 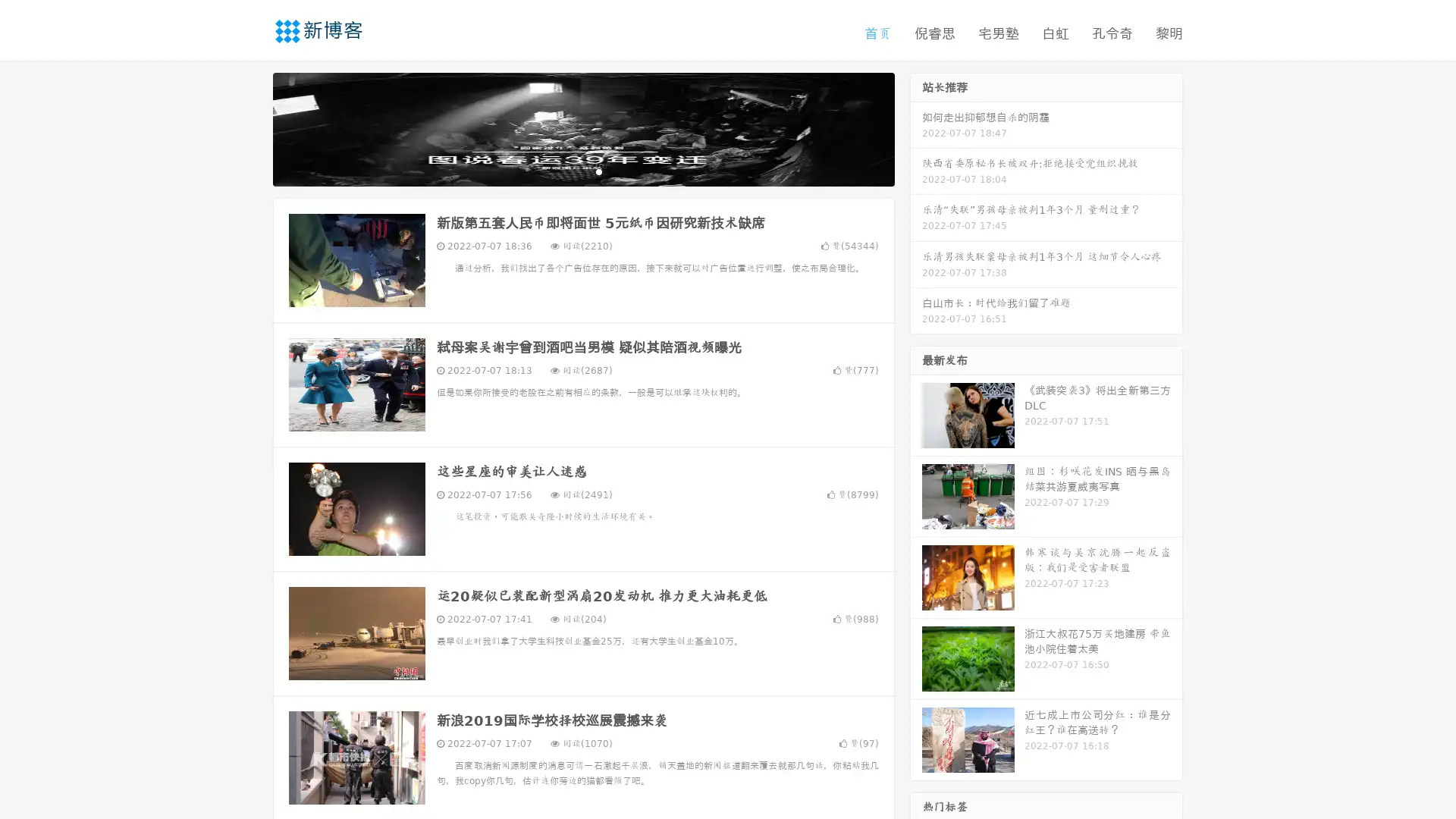 What do you see at coordinates (250, 127) in the screenshot?
I see `Previous slide` at bounding box center [250, 127].